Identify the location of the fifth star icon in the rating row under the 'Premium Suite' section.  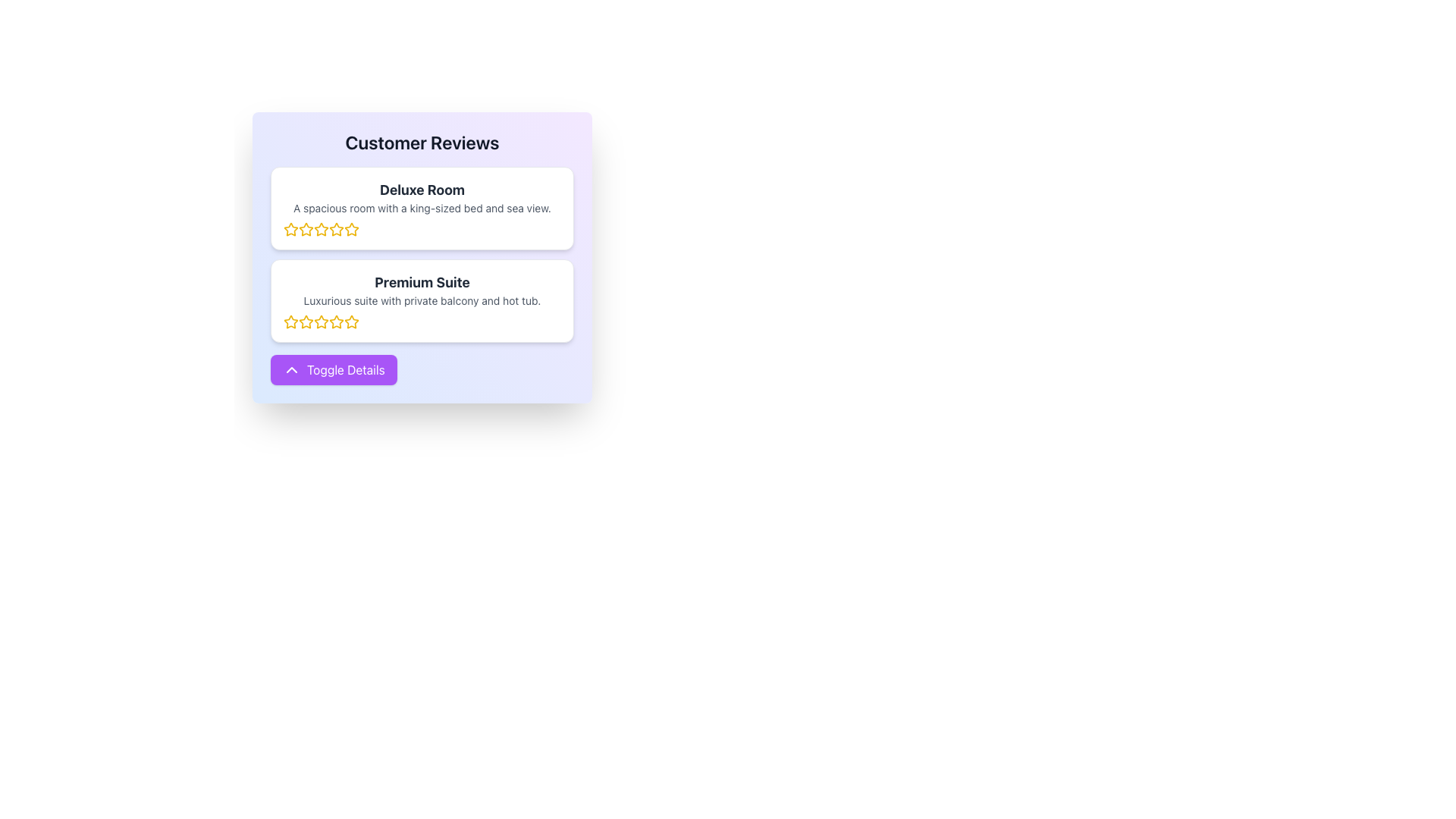
(351, 321).